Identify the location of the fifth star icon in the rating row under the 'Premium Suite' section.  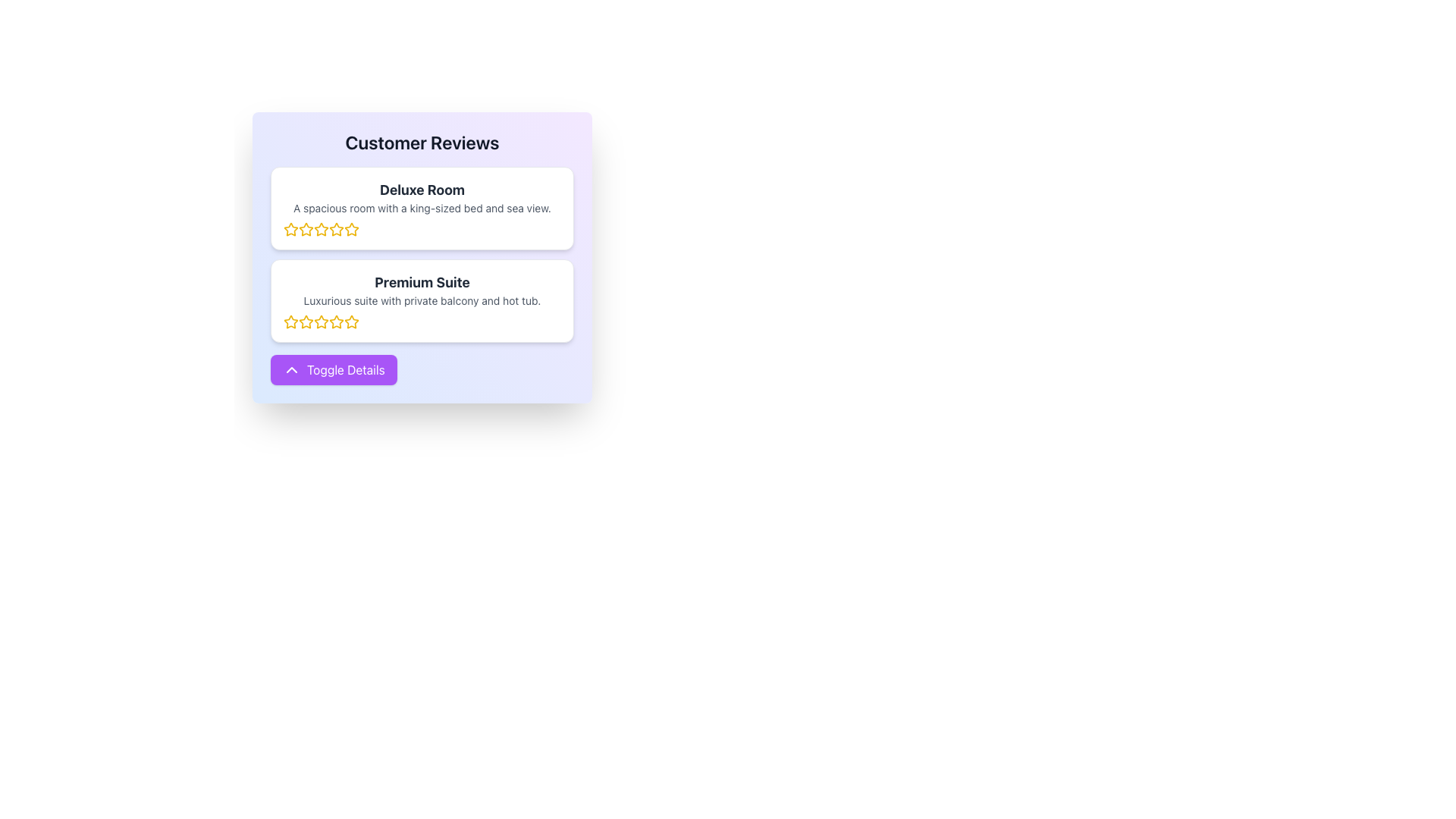
(351, 321).